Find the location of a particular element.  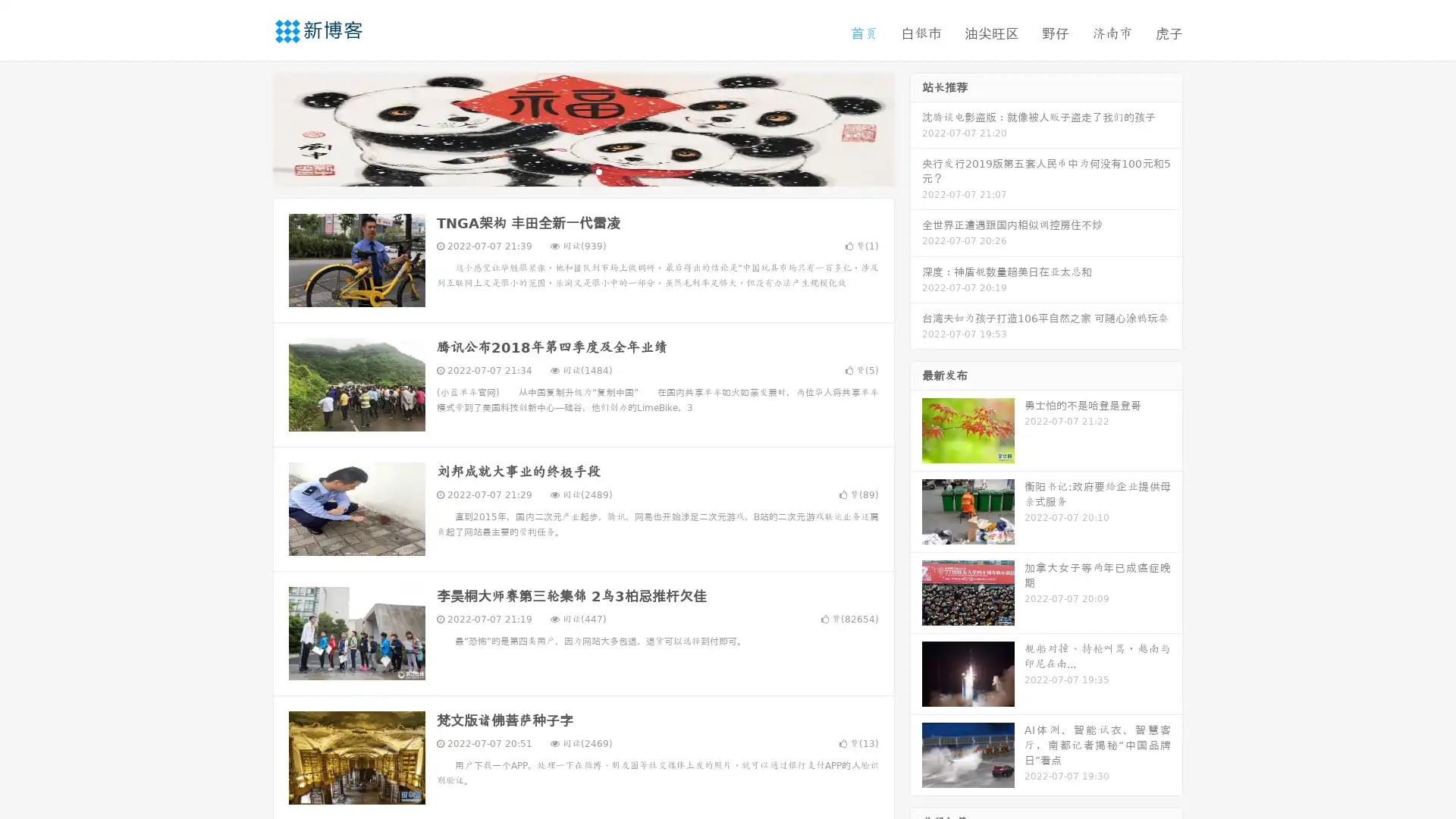

Go to slide 3 is located at coordinates (598, 171).